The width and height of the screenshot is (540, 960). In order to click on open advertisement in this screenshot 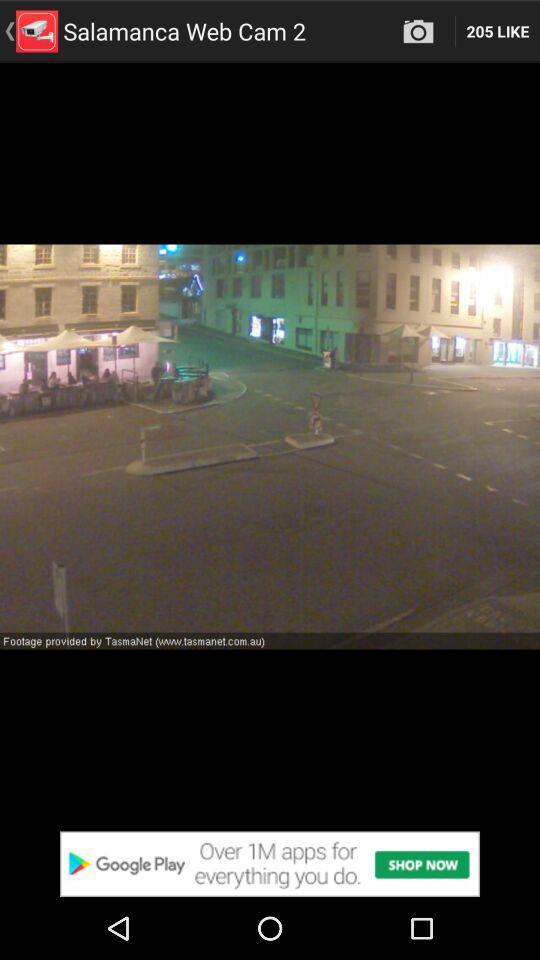, I will do `click(270, 863)`.